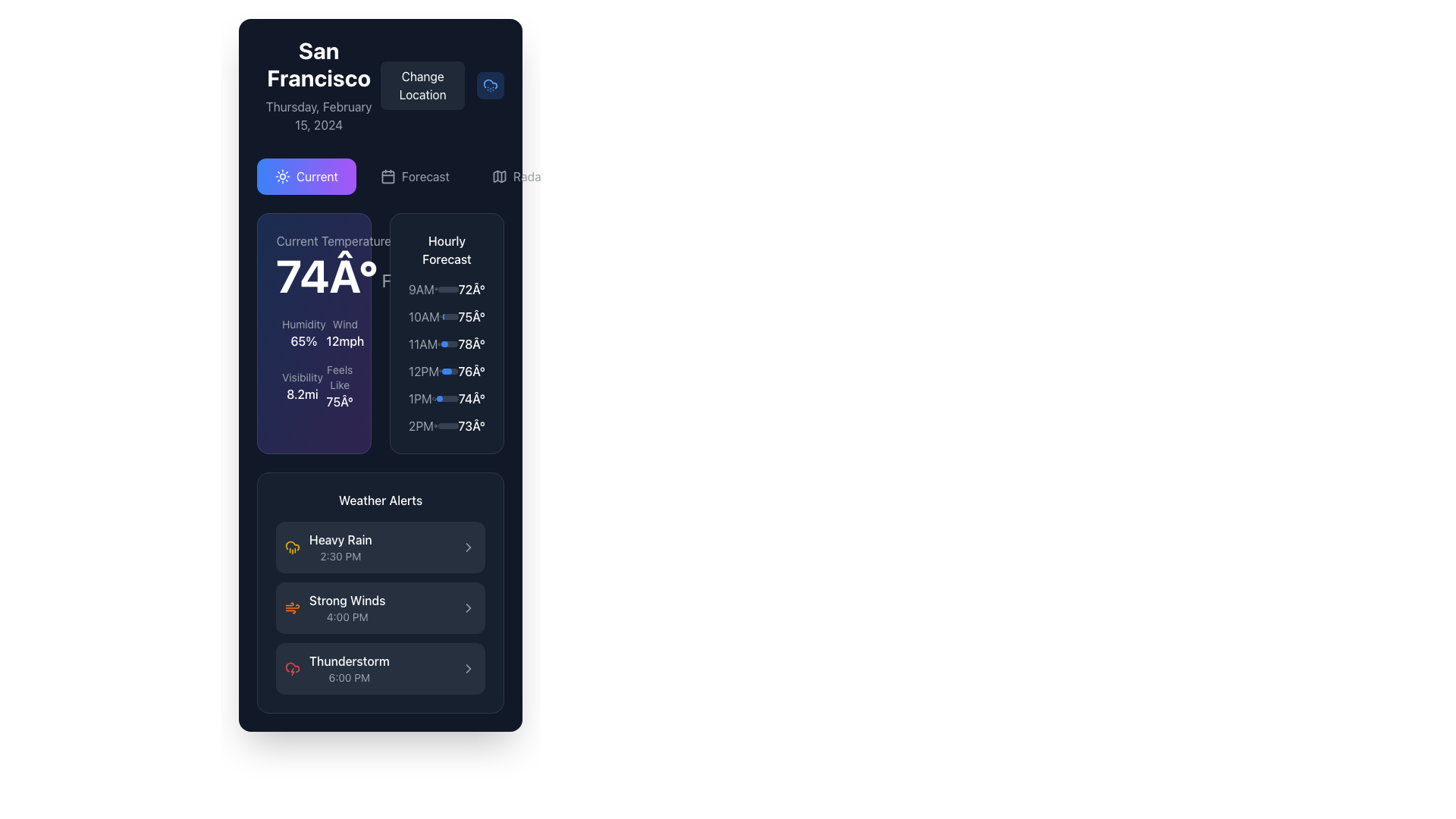 The image size is (1456, 819). I want to click on the Text Label Pair displaying wind speed, which consists of 'Wind' in gray above and '12mph' in white below, located in the bottom-left side of the weather details card, so click(344, 332).